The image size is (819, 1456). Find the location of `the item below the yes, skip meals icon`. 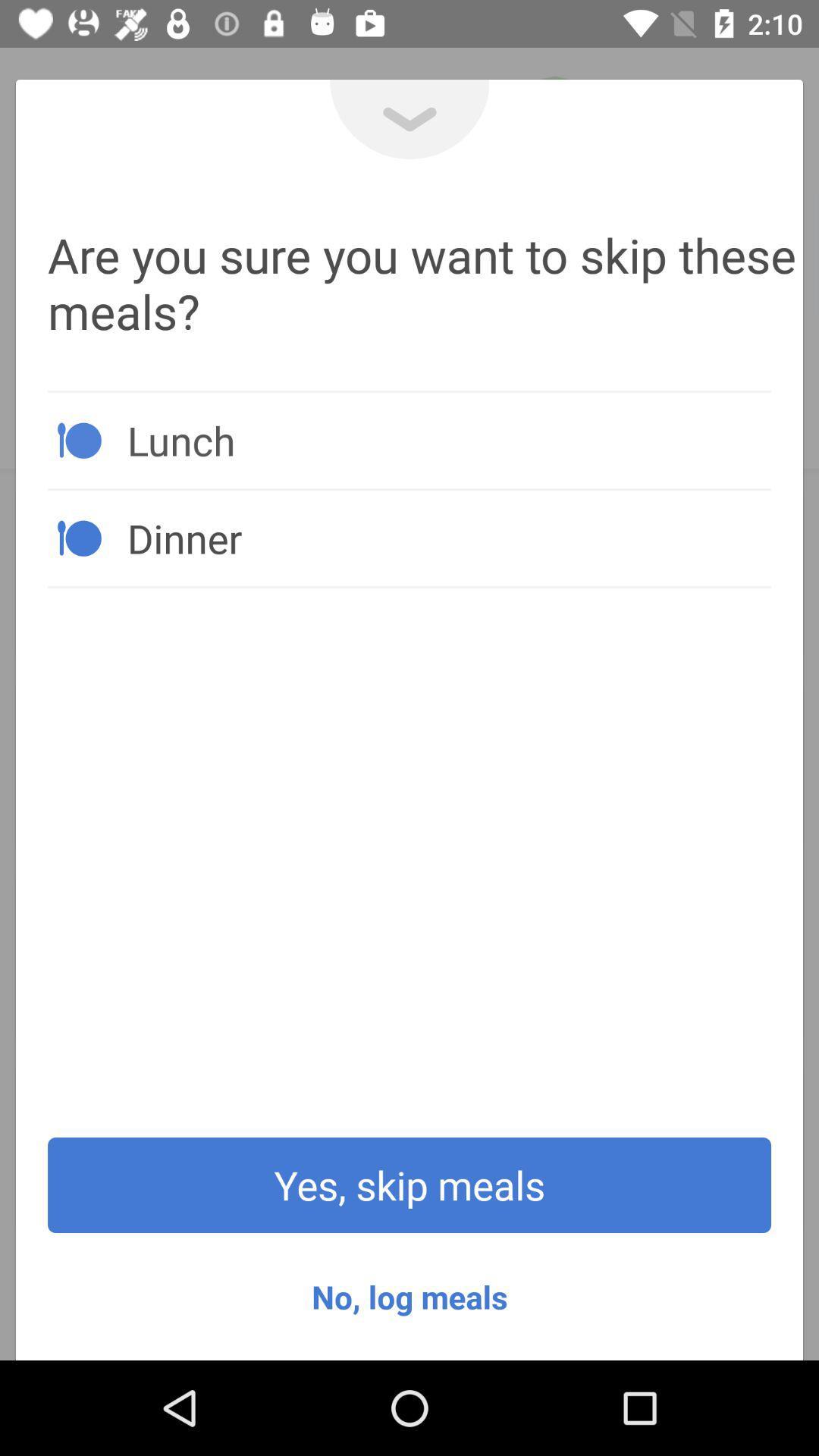

the item below the yes, skip meals icon is located at coordinates (409, 1295).